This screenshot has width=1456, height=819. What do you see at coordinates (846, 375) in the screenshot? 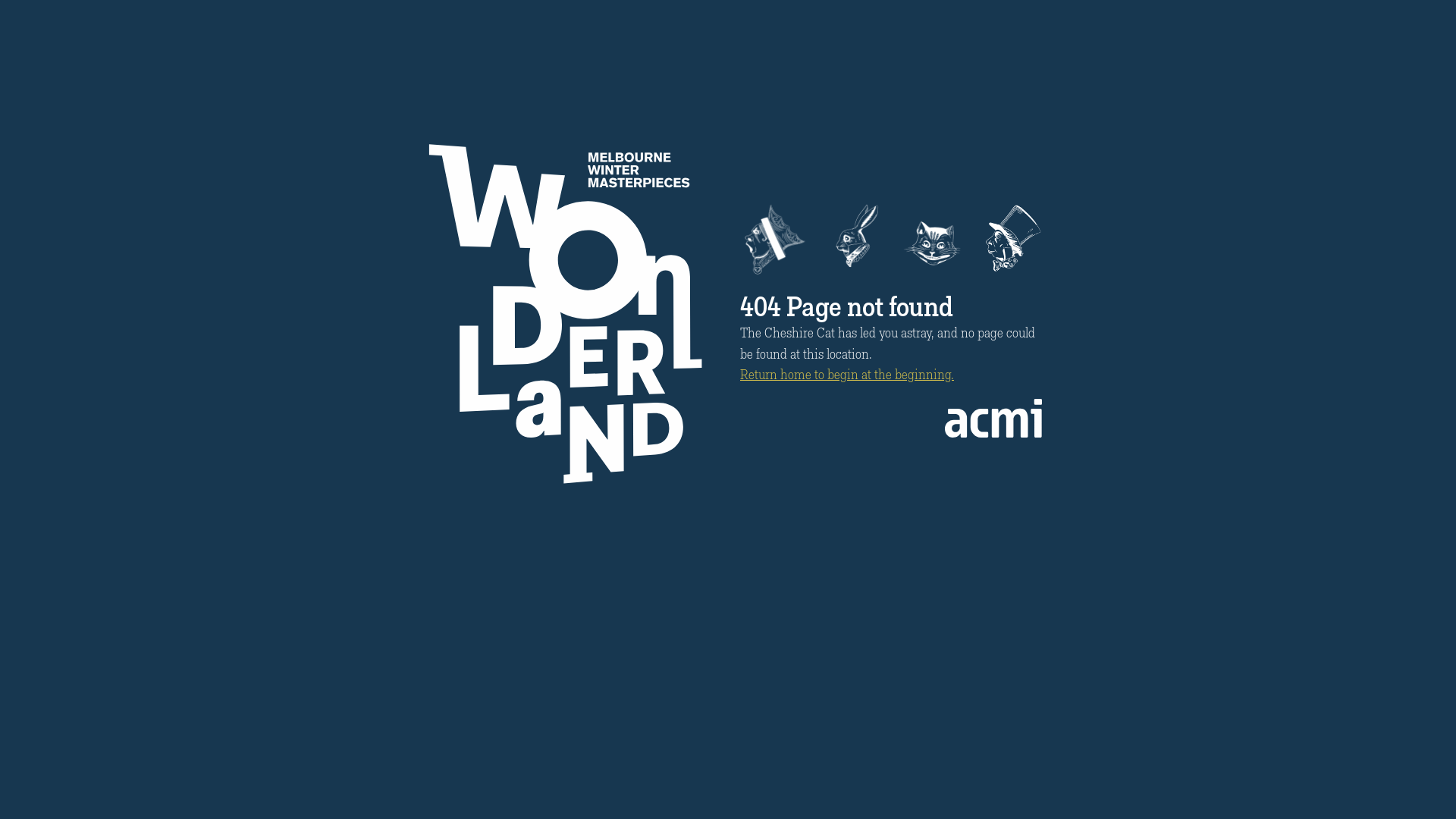
I see `'Return home to begin at the beginning.'` at bounding box center [846, 375].